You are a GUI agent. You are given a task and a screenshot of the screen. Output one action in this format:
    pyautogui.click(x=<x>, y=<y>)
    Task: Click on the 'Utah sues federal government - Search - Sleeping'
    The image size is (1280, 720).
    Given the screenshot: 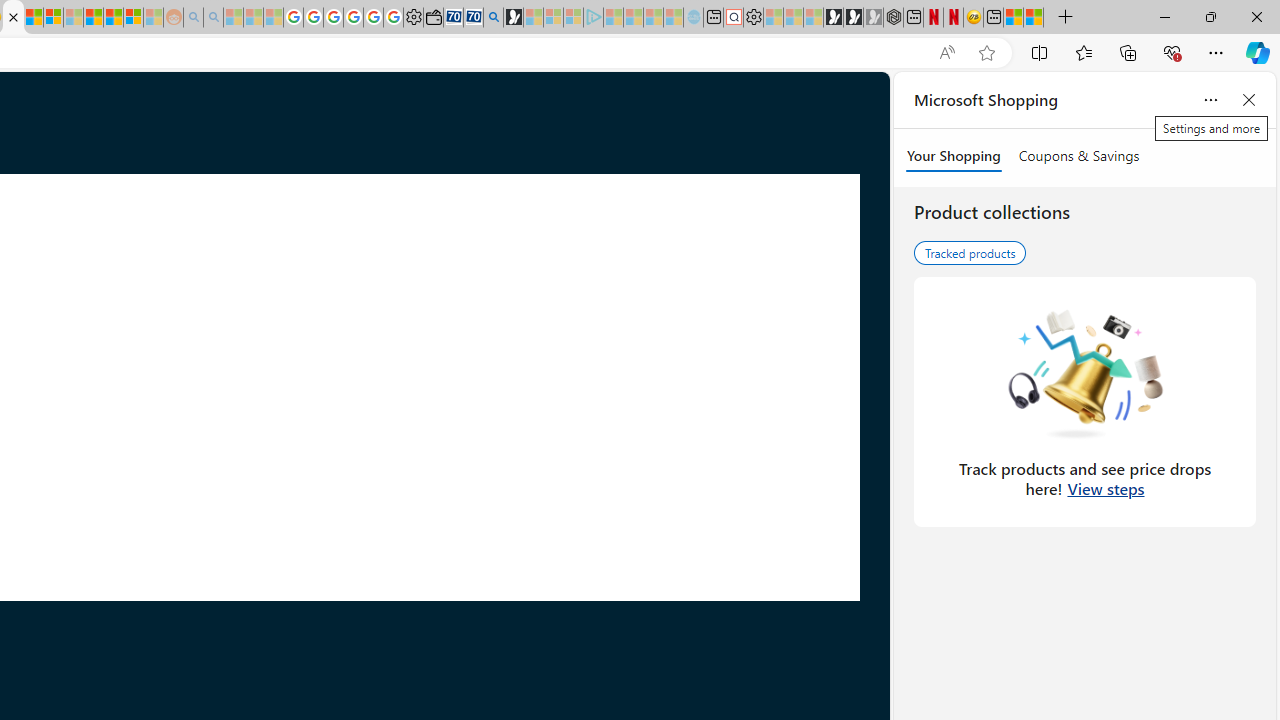 What is the action you would take?
    pyautogui.click(x=213, y=17)
    